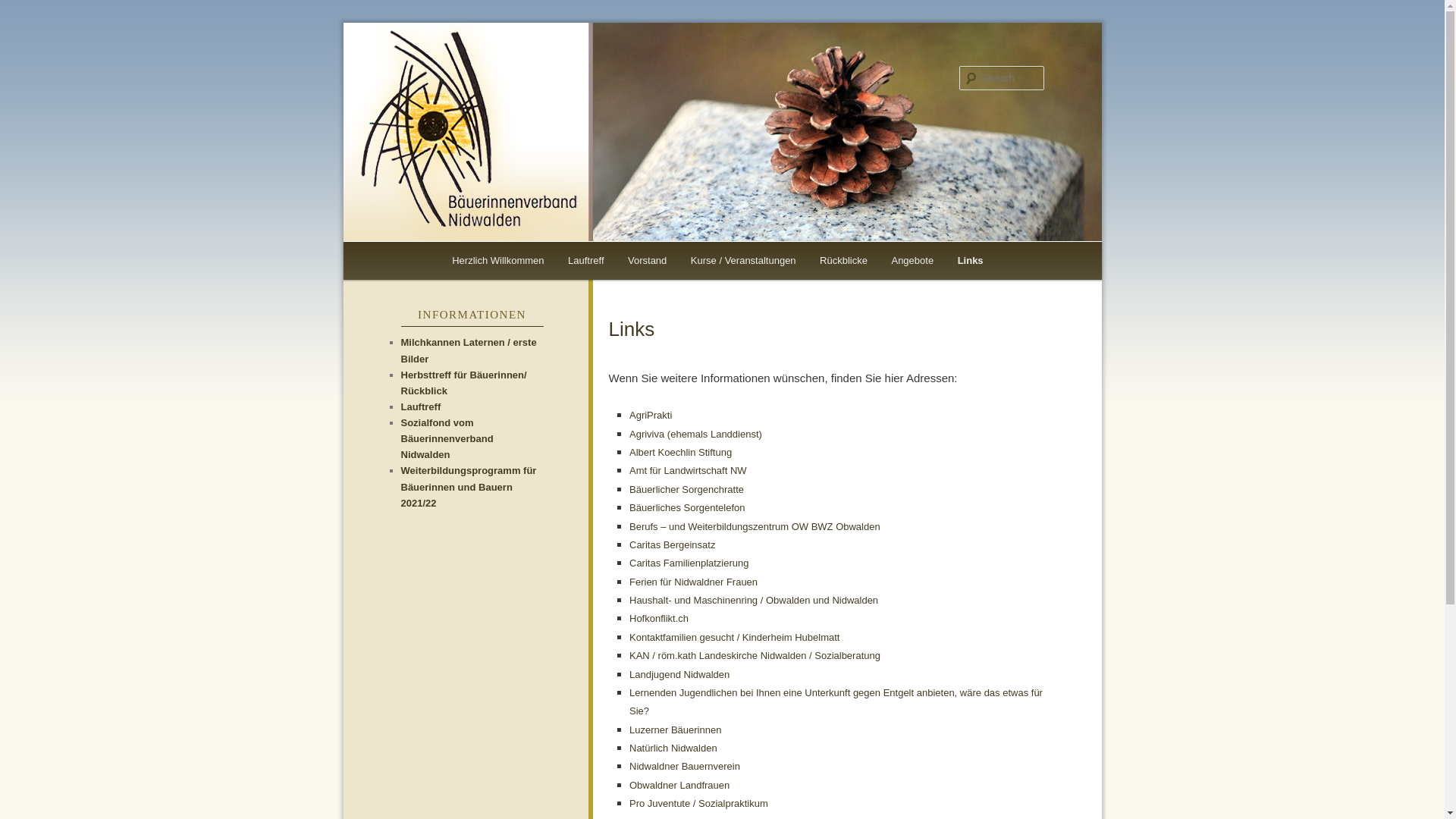  What do you see at coordinates (969, 259) in the screenshot?
I see `'Links'` at bounding box center [969, 259].